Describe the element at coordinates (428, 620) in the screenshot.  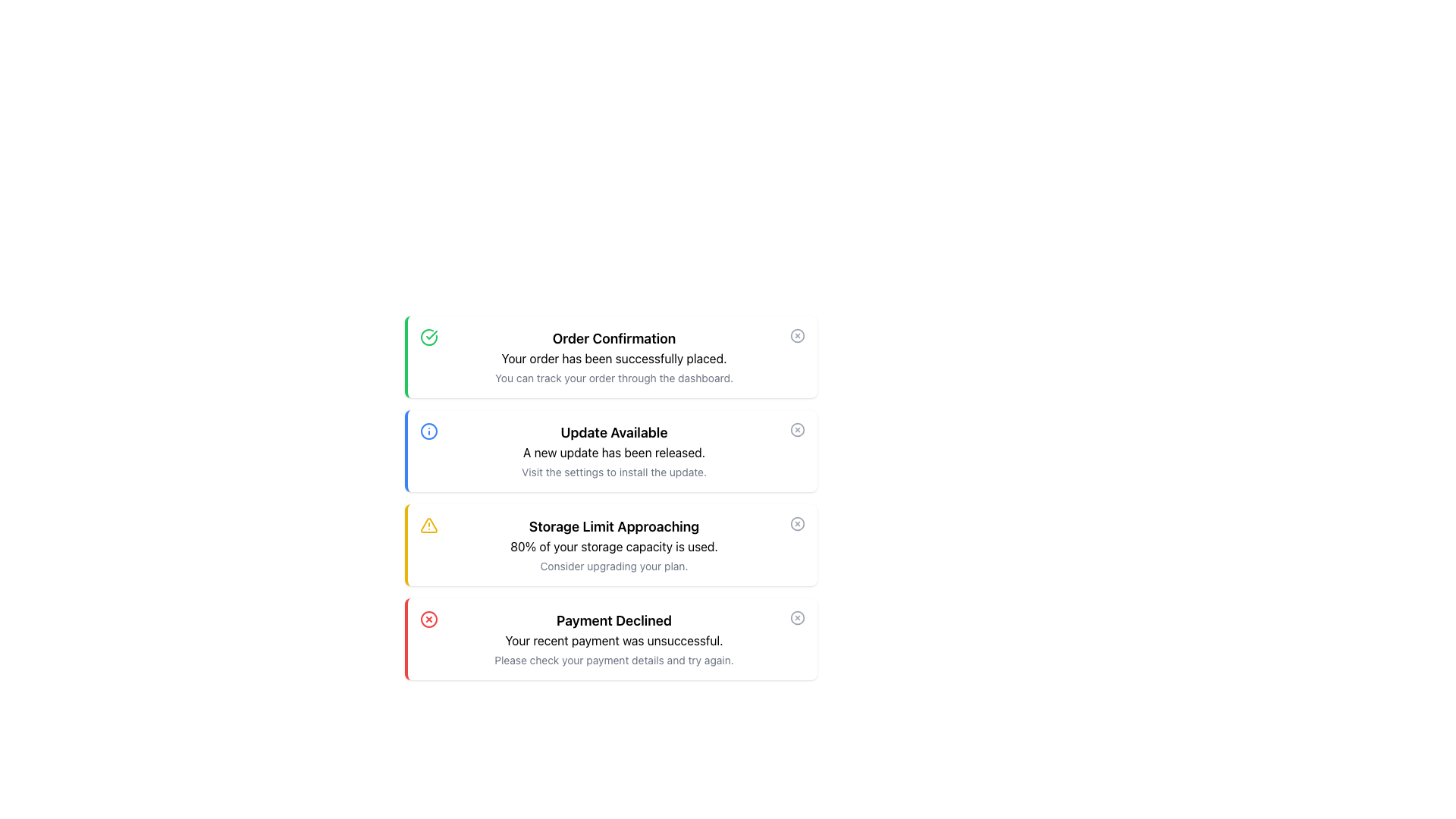
I see `the central circular shape within the SVG component that indicates an error or rejection, located inside the 'Payment Declined' notification` at that location.